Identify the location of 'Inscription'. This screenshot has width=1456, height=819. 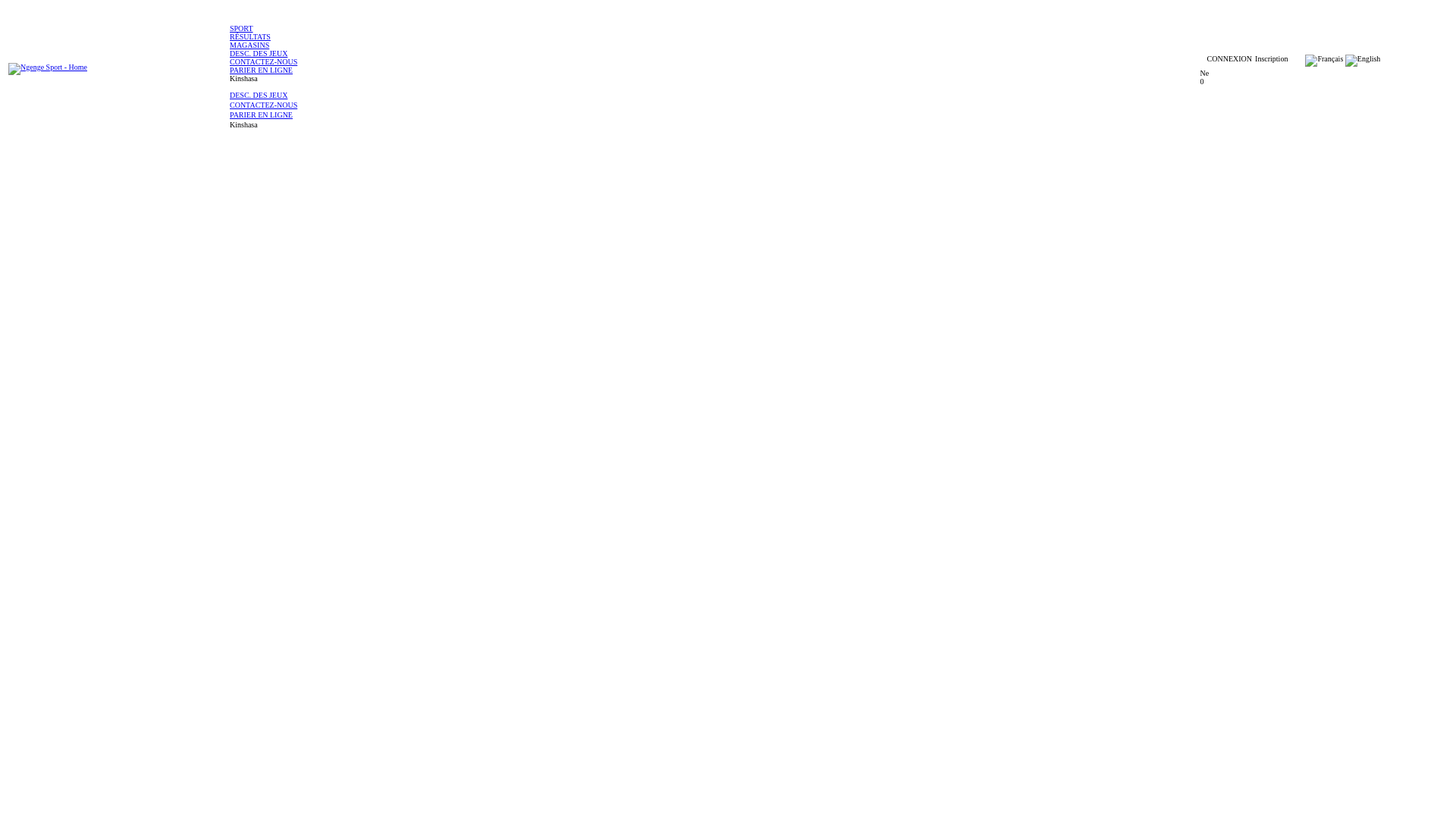
(1271, 58).